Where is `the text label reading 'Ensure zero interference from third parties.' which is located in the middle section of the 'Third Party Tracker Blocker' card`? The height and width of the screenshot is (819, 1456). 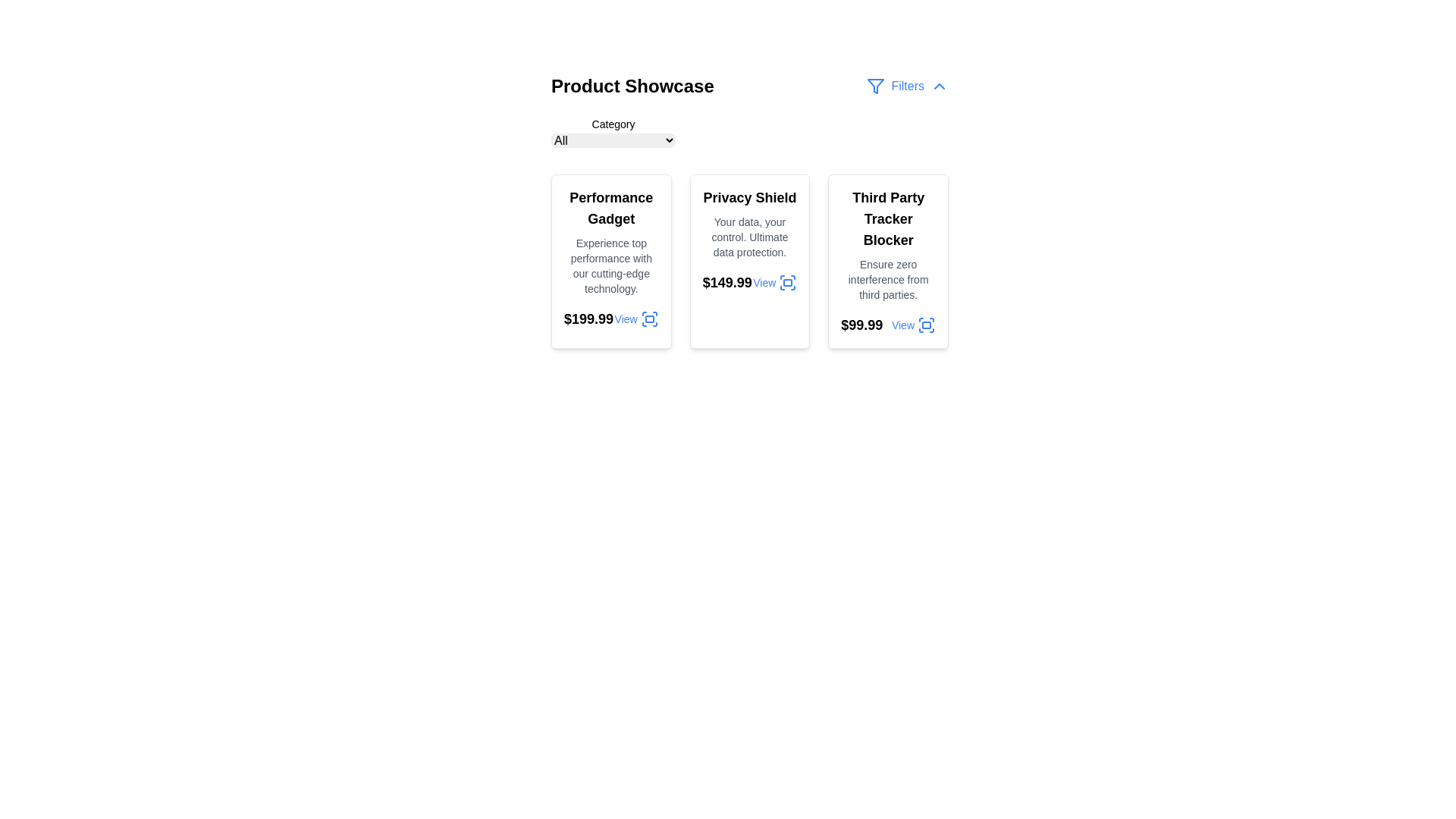
the text label reading 'Ensure zero interference from third parties.' which is located in the middle section of the 'Third Party Tracker Blocker' card is located at coordinates (888, 280).